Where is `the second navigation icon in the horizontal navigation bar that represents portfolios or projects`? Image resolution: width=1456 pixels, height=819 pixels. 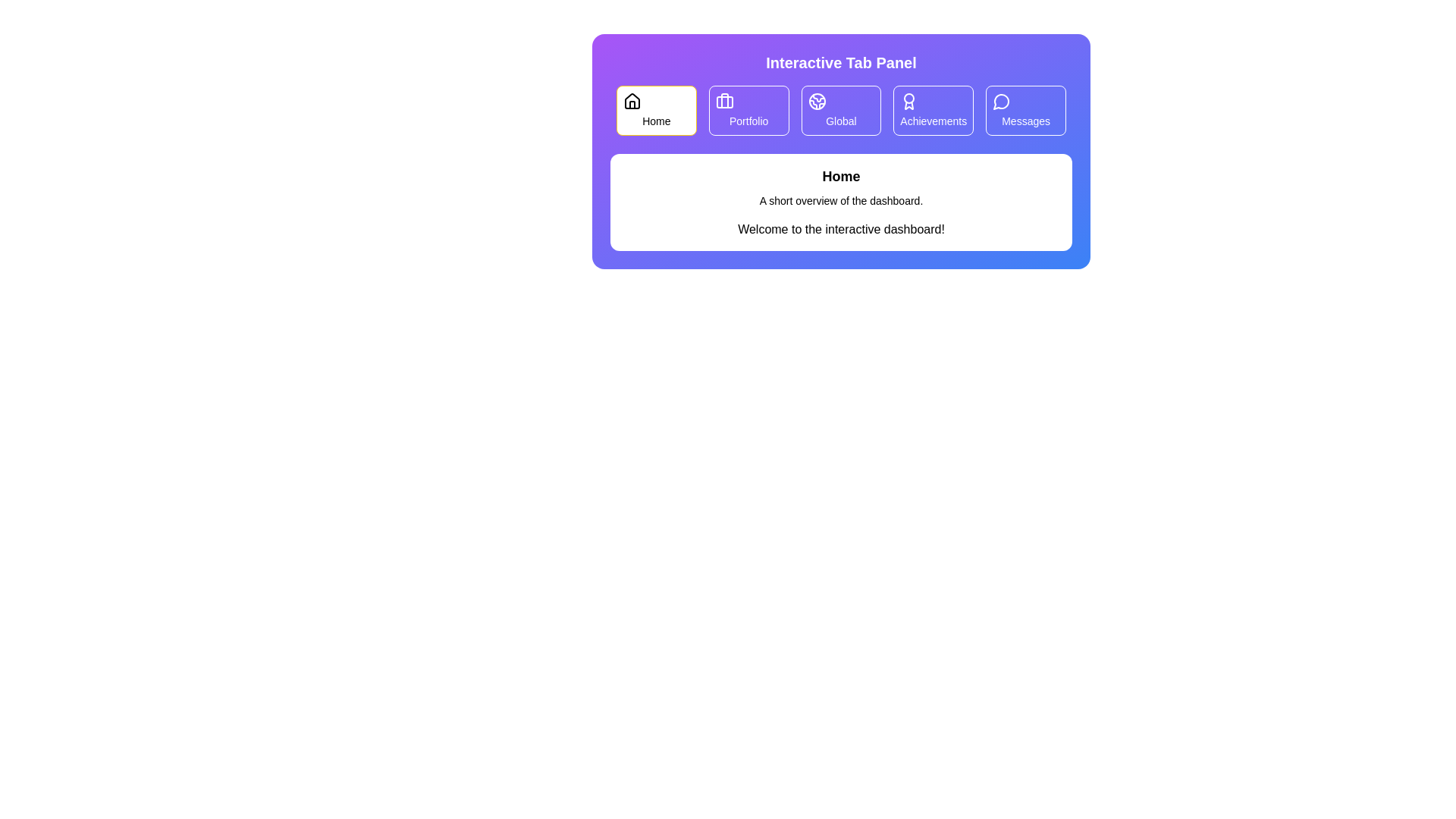 the second navigation icon in the horizontal navigation bar that represents portfolios or projects is located at coordinates (723, 102).